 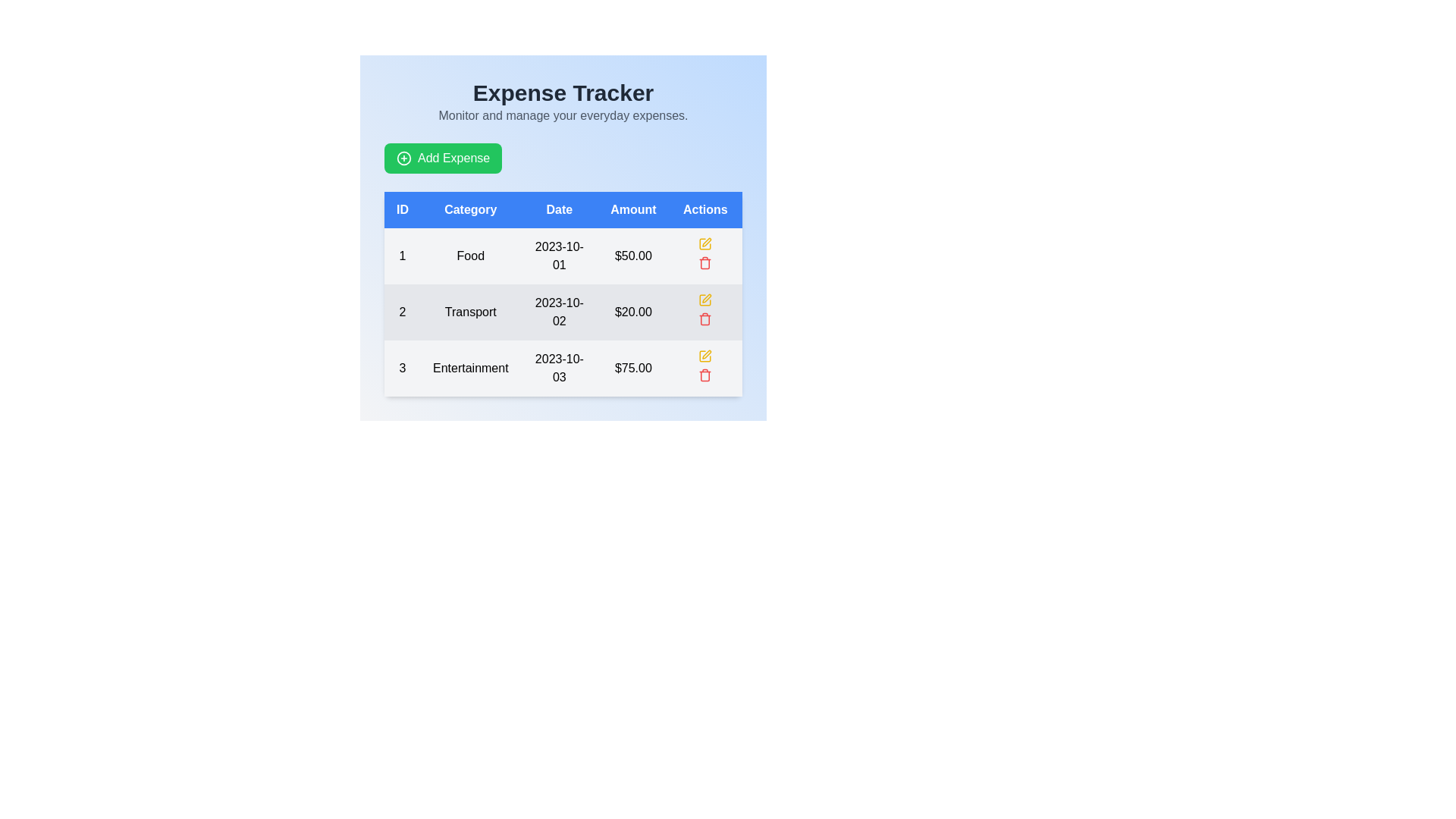 I want to click on the red trash can icon under the 'Actions' column in the second row of the table, so click(x=704, y=318).